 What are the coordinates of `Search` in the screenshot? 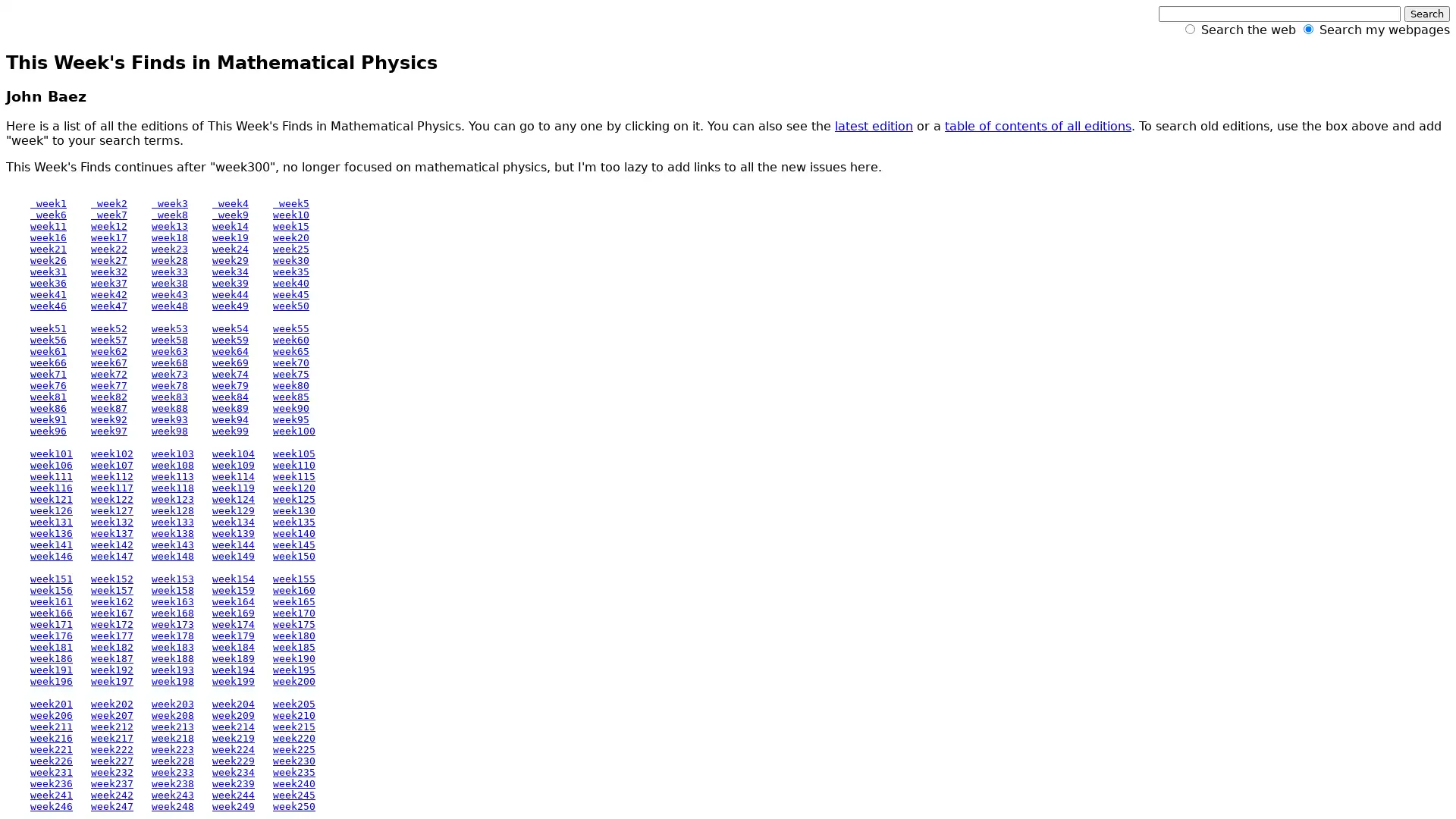 It's located at (1426, 14).